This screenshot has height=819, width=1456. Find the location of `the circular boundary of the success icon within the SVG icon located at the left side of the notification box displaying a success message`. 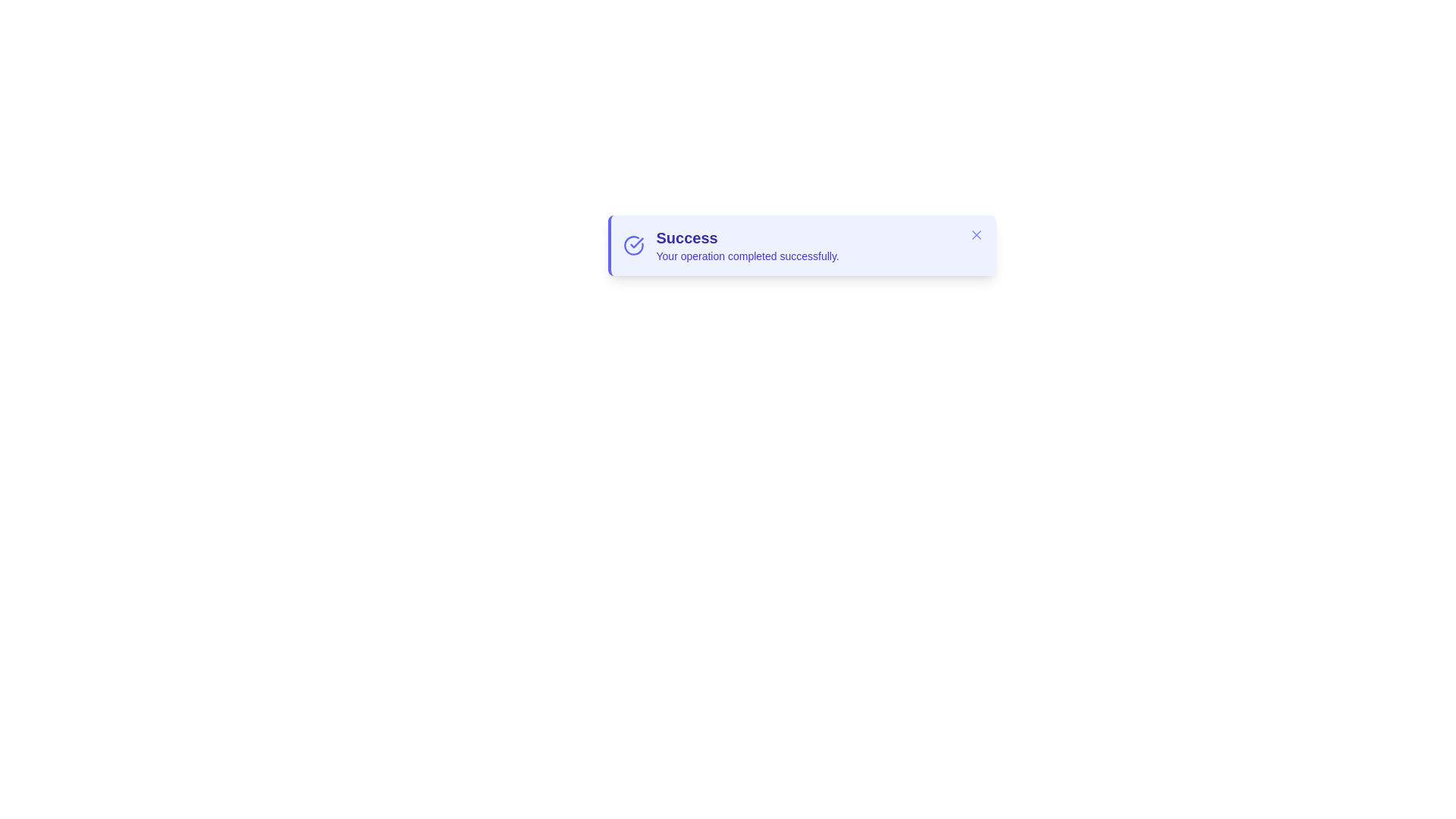

the circular boundary of the success icon within the SVG icon located at the left side of the notification box displaying a success message is located at coordinates (633, 245).